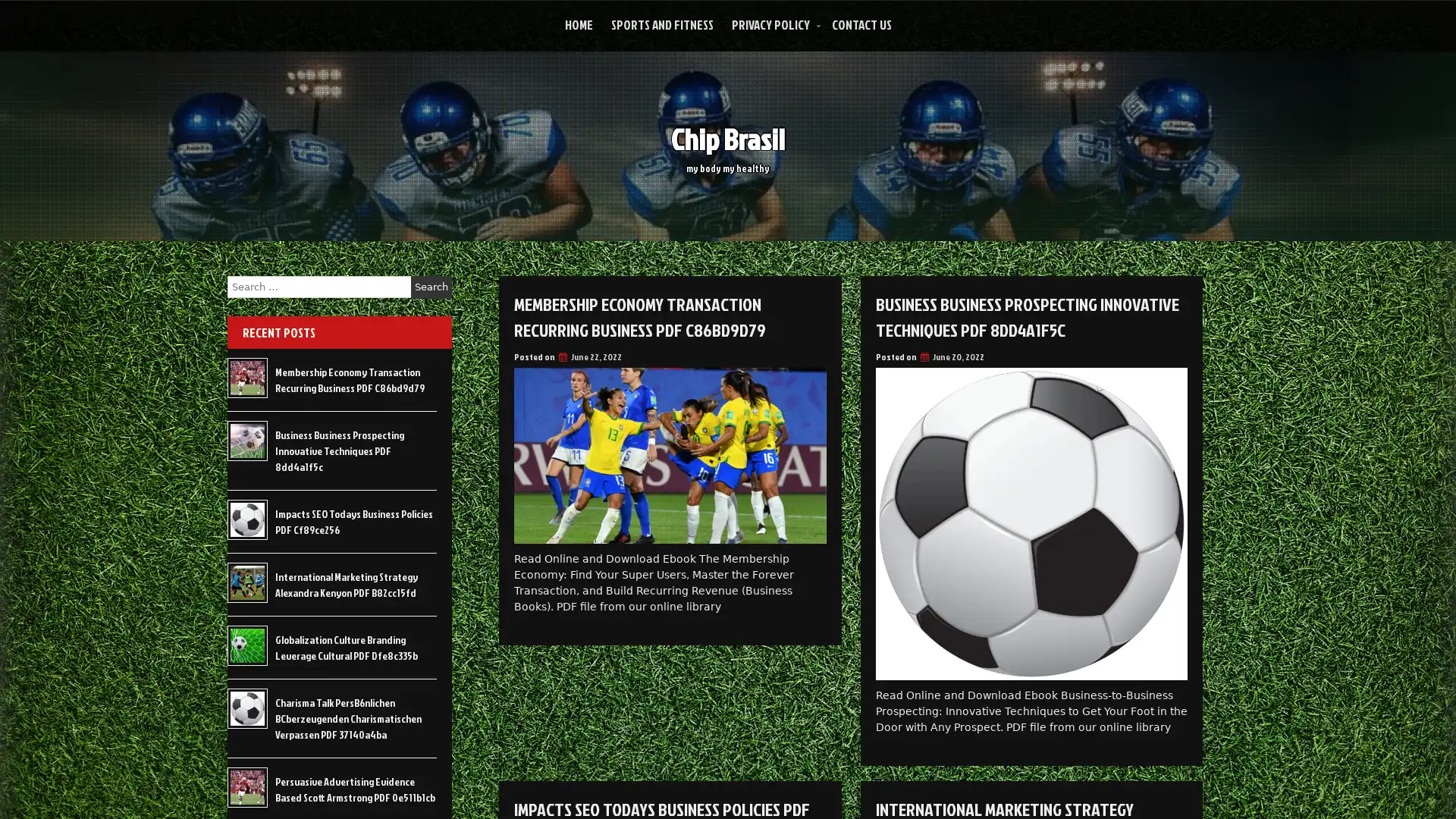 This screenshot has width=1456, height=819. I want to click on Search, so click(431, 287).